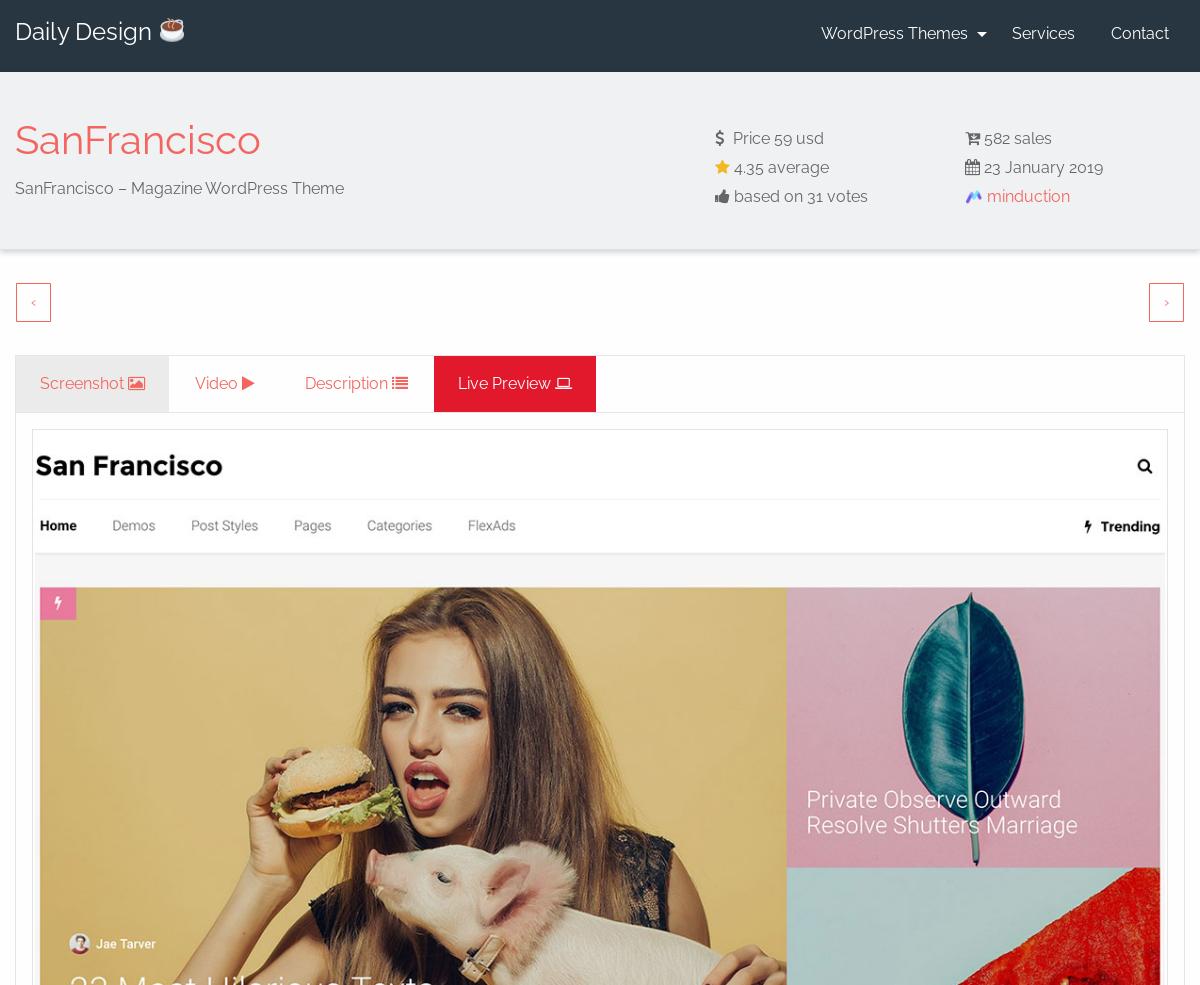  What do you see at coordinates (797, 195) in the screenshot?
I see `'based on 31 votes'` at bounding box center [797, 195].